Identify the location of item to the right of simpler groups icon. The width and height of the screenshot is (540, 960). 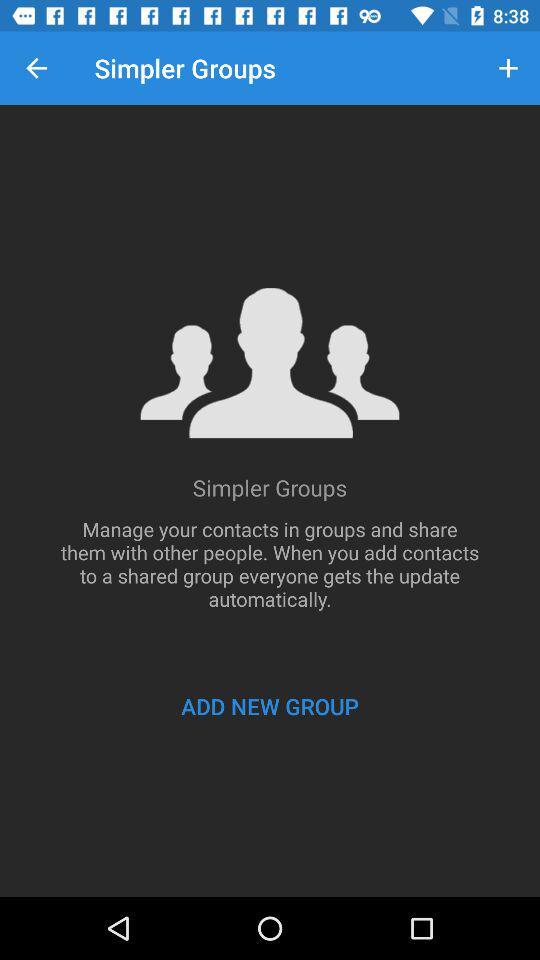
(508, 68).